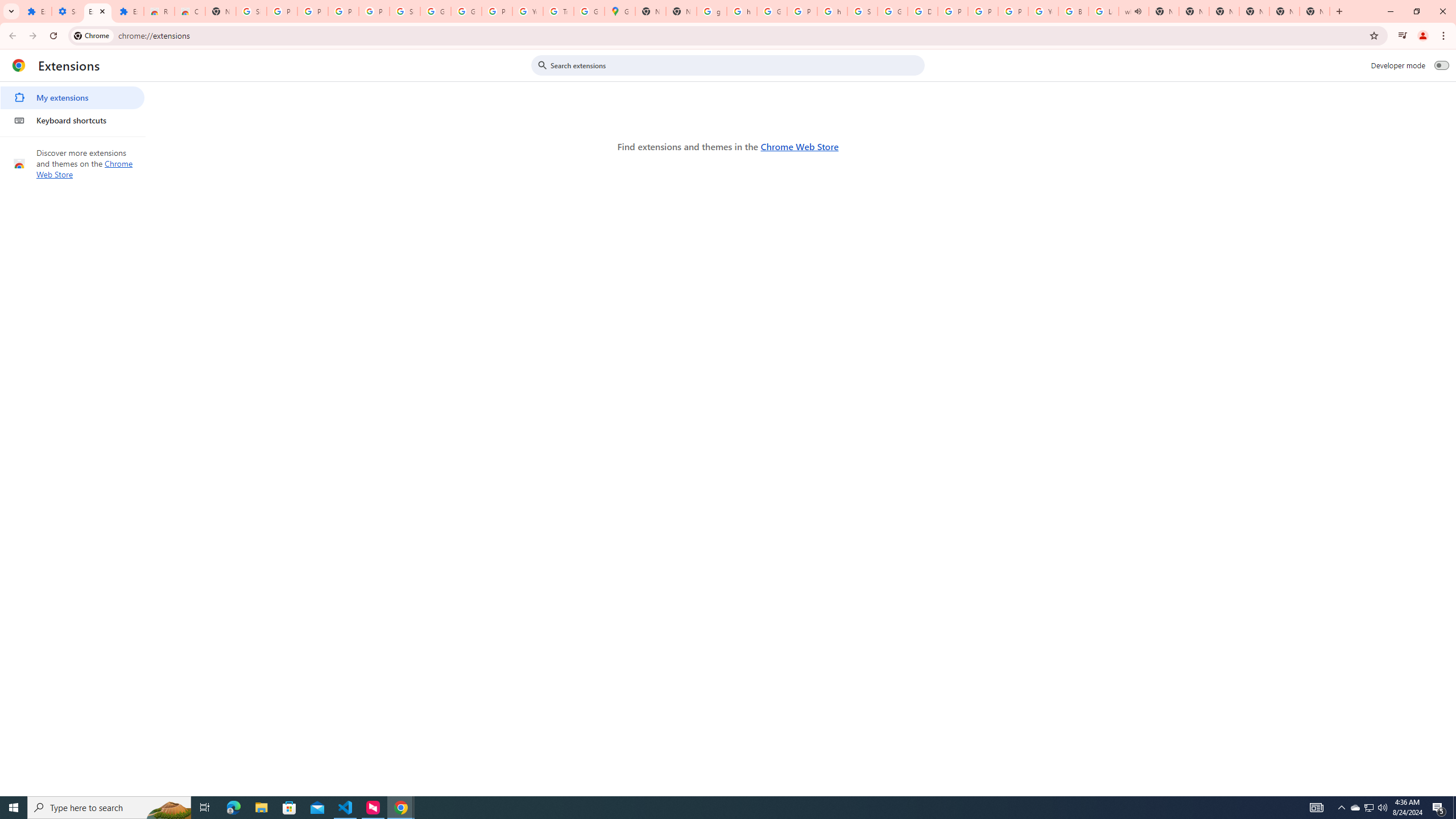 The image size is (1456, 819). Describe the element at coordinates (1138, 11) in the screenshot. I see `'Mute tab'` at that location.